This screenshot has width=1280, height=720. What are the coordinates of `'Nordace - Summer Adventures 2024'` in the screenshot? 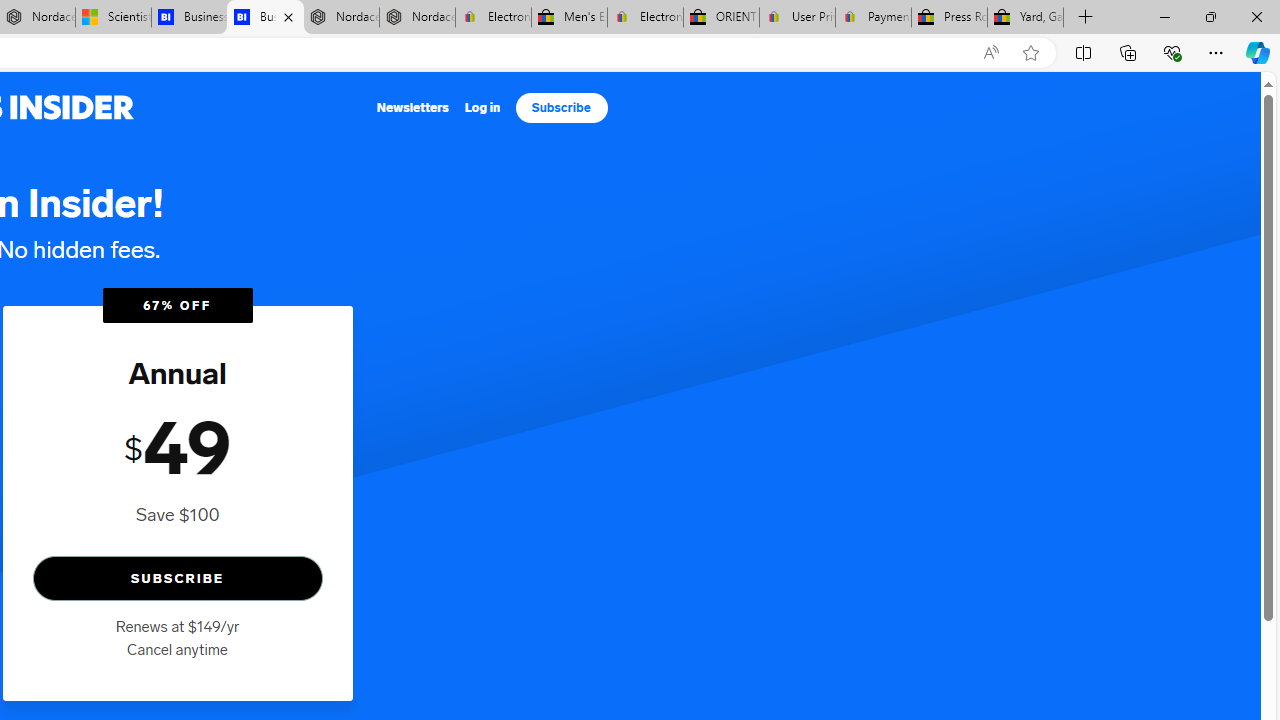 It's located at (341, 17).